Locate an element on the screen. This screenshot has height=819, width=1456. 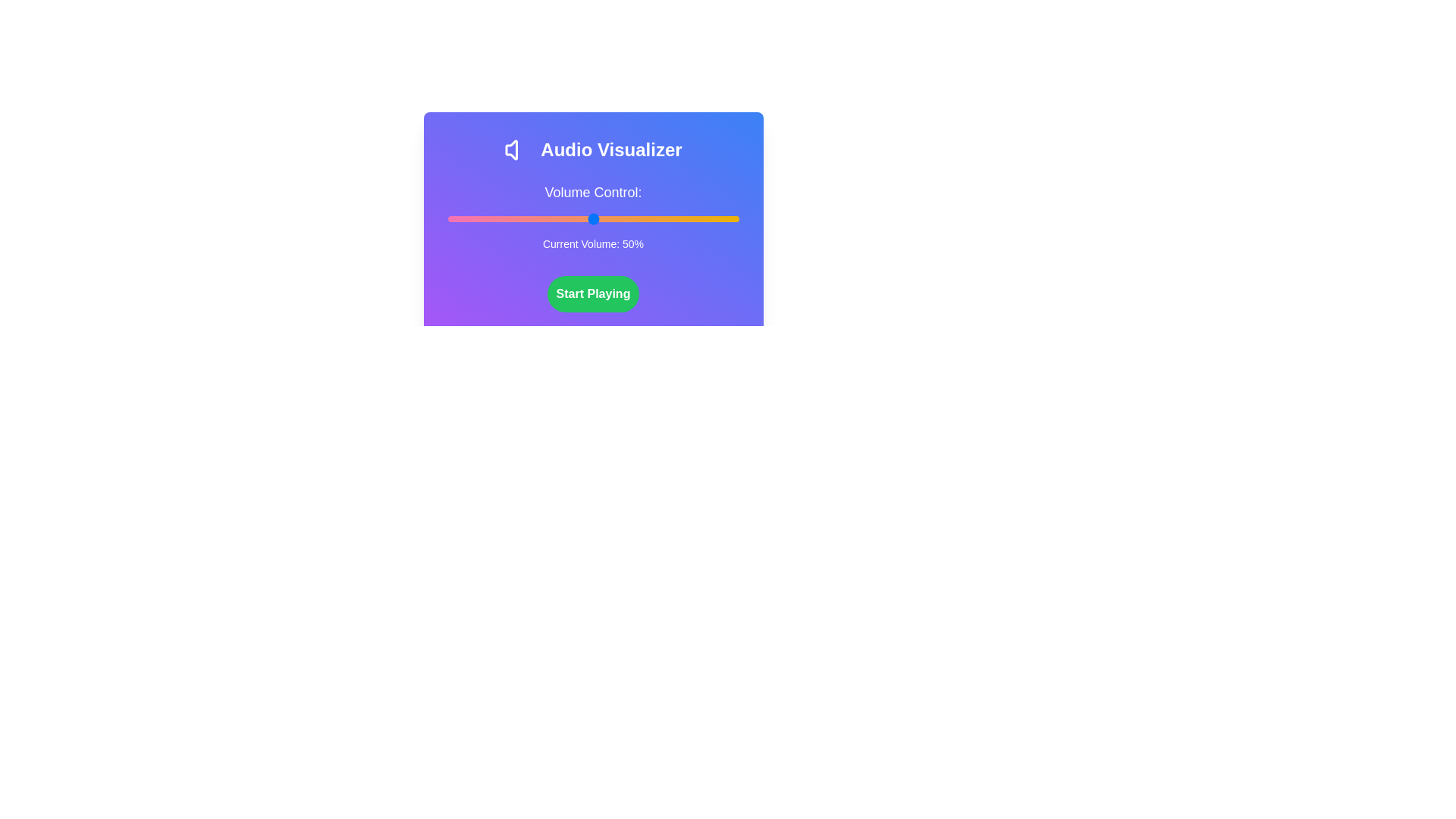
the volume level is located at coordinates (512, 219).